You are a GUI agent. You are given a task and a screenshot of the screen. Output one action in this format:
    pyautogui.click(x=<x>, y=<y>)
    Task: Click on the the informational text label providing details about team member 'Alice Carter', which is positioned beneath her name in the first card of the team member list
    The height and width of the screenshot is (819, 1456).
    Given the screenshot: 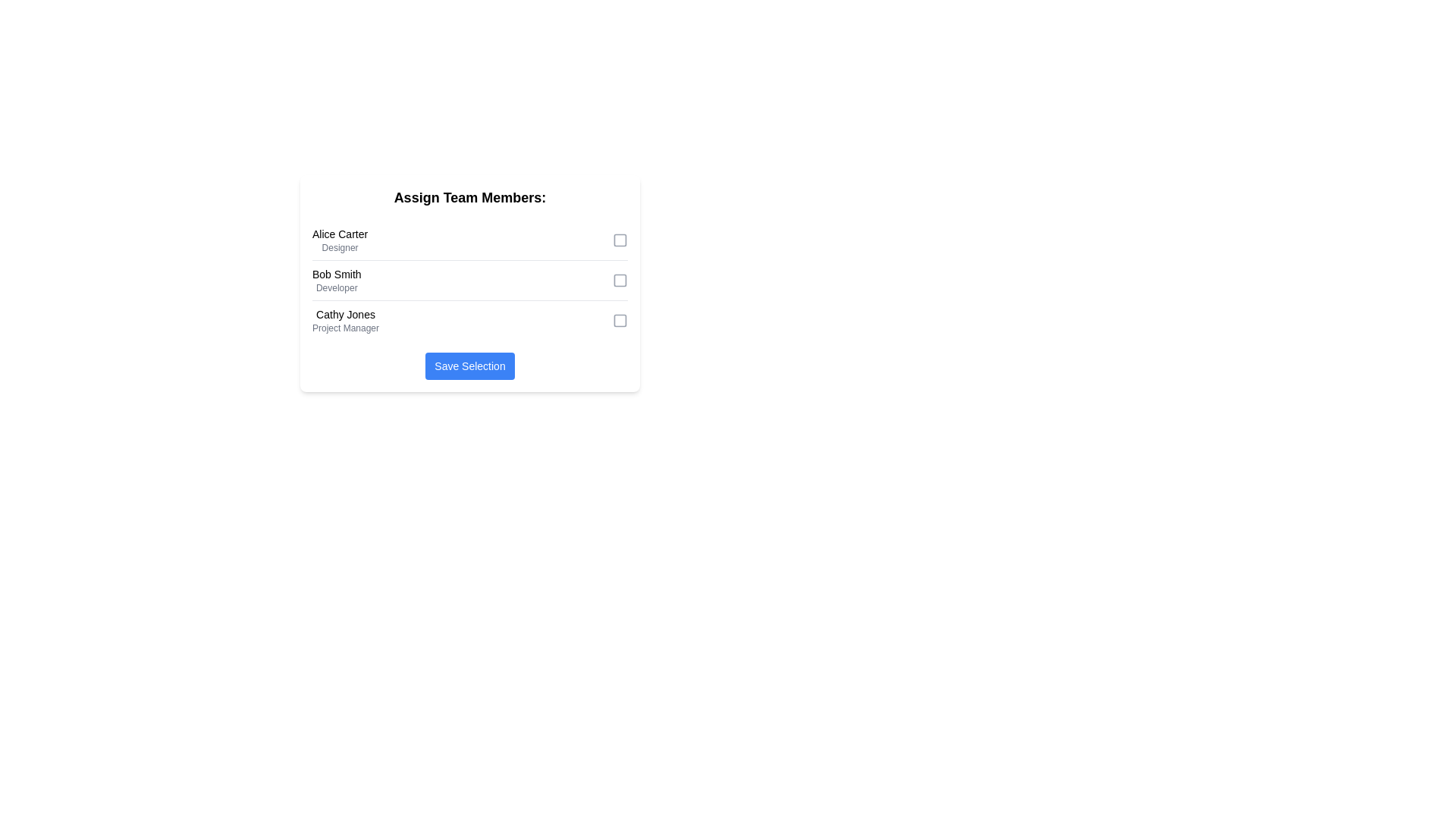 What is the action you would take?
    pyautogui.click(x=339, y=247)
    